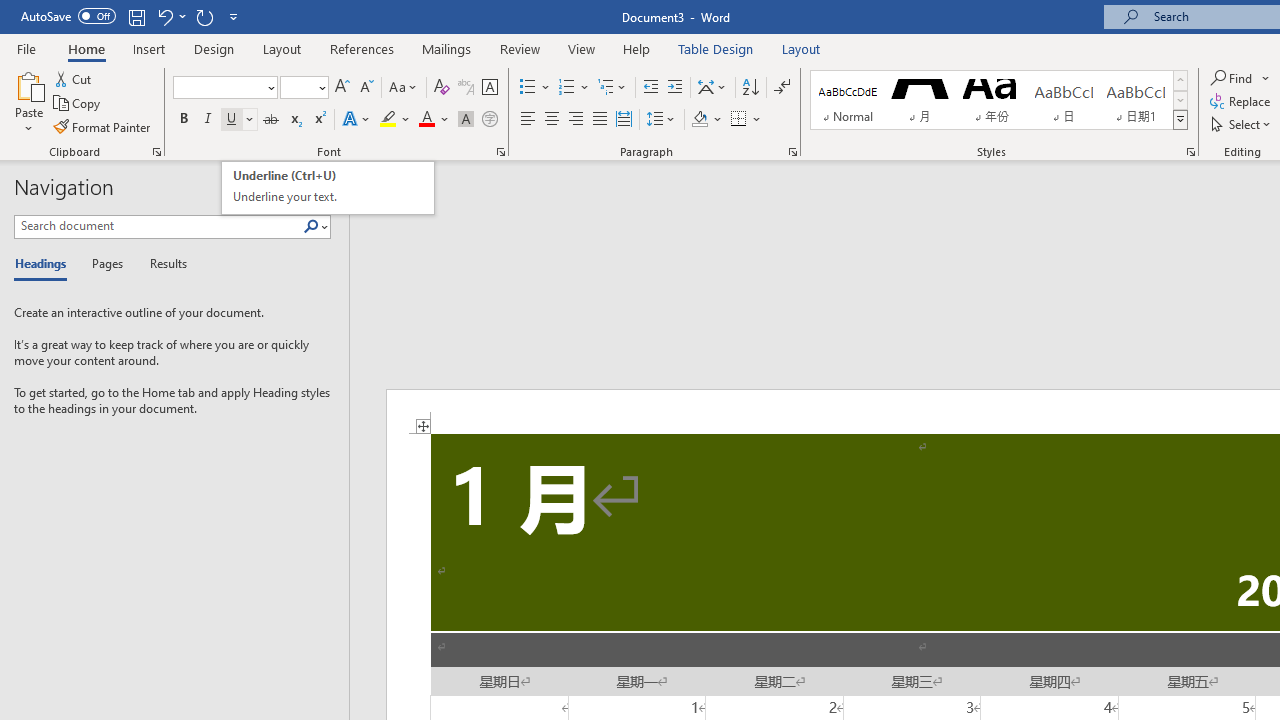 This screenshot has width=1280, height=720. I want to click on 'Justify', so click(598, 119).